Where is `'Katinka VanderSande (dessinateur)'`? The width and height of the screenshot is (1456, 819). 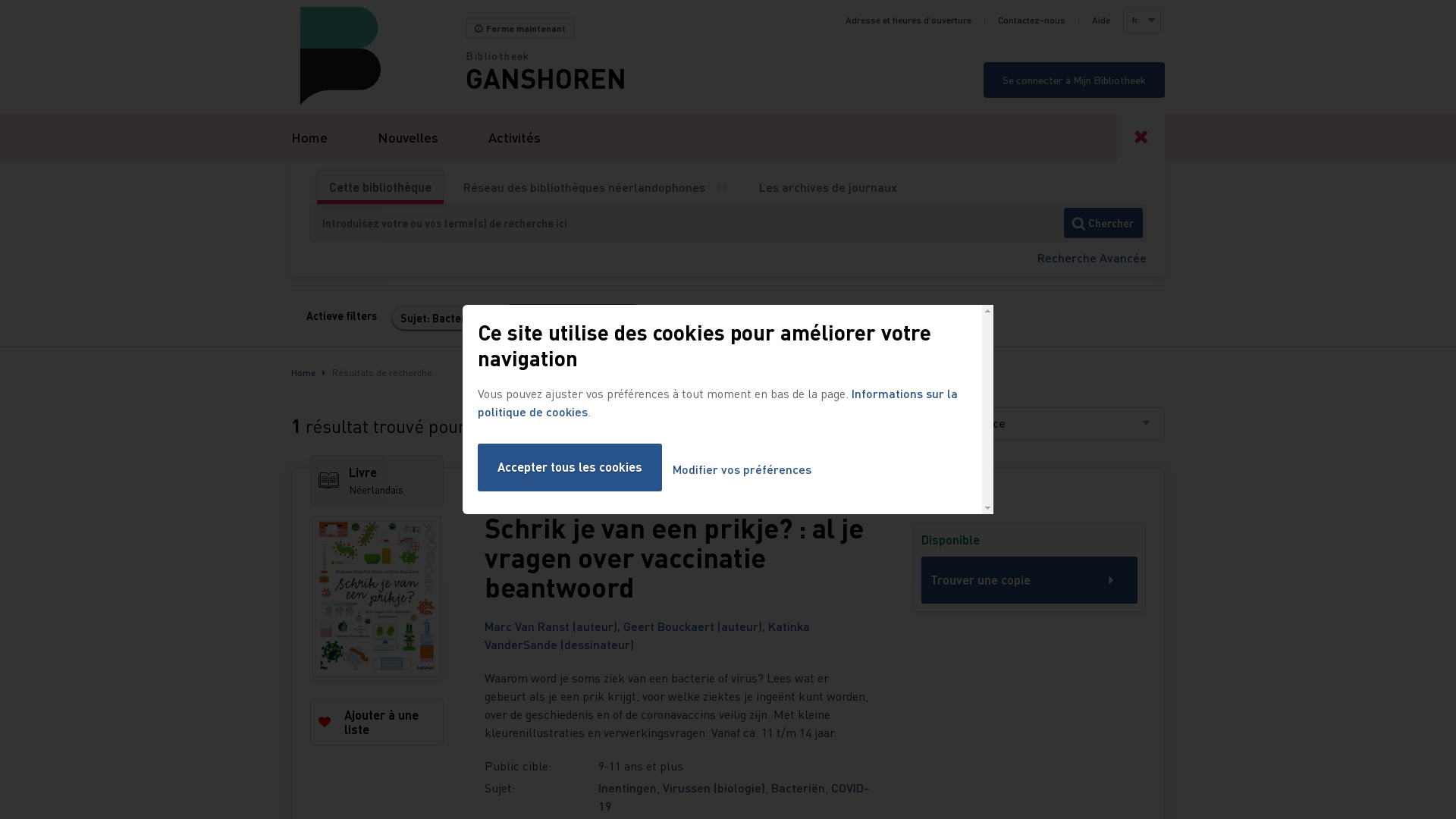 'Katinka VanderSande (dessinateur)' is located at coordinates (647, 635).